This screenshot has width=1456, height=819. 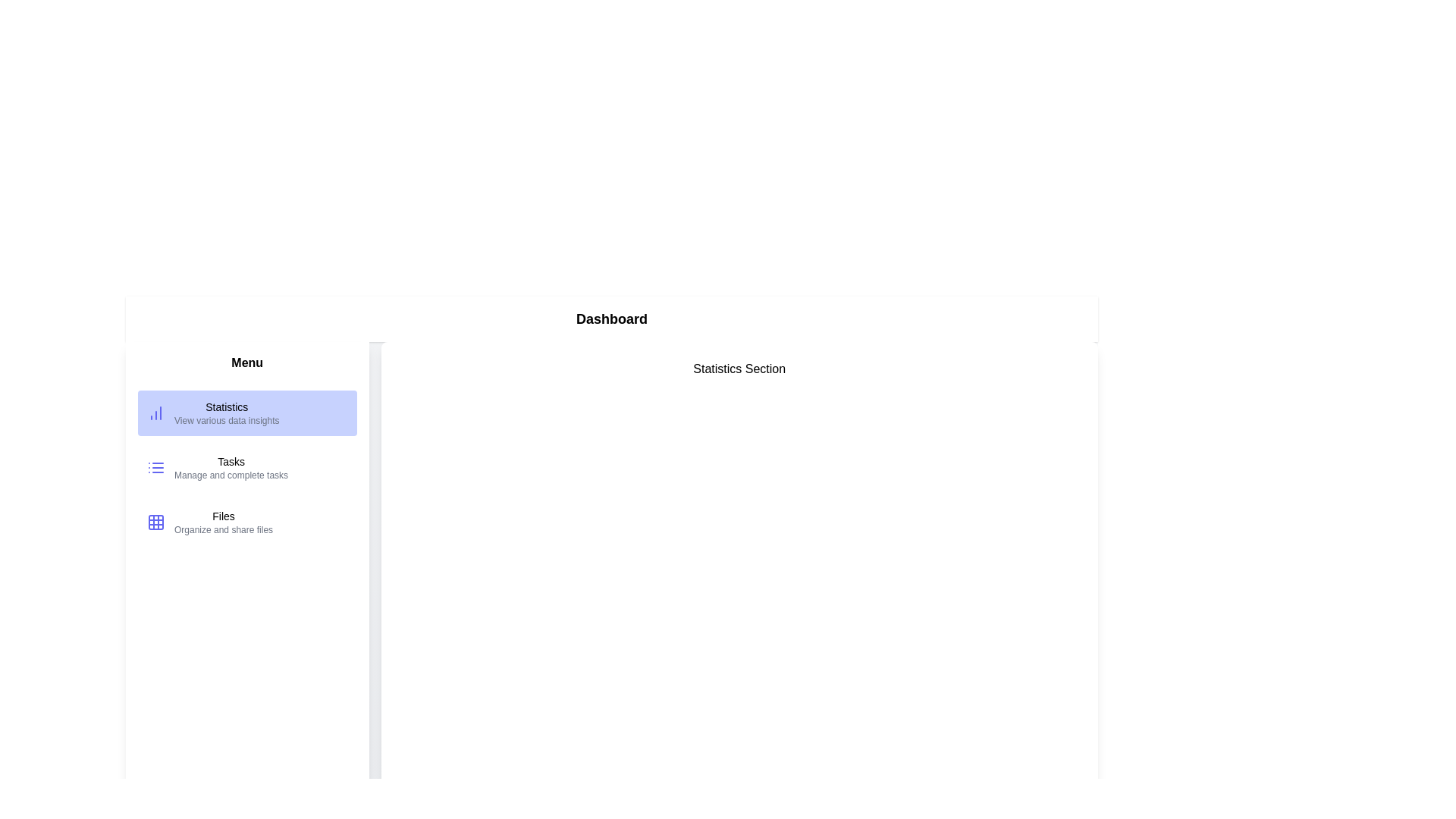 I want to click on the menu tab labeled Files to highlight it, so click(x=247, y=522).